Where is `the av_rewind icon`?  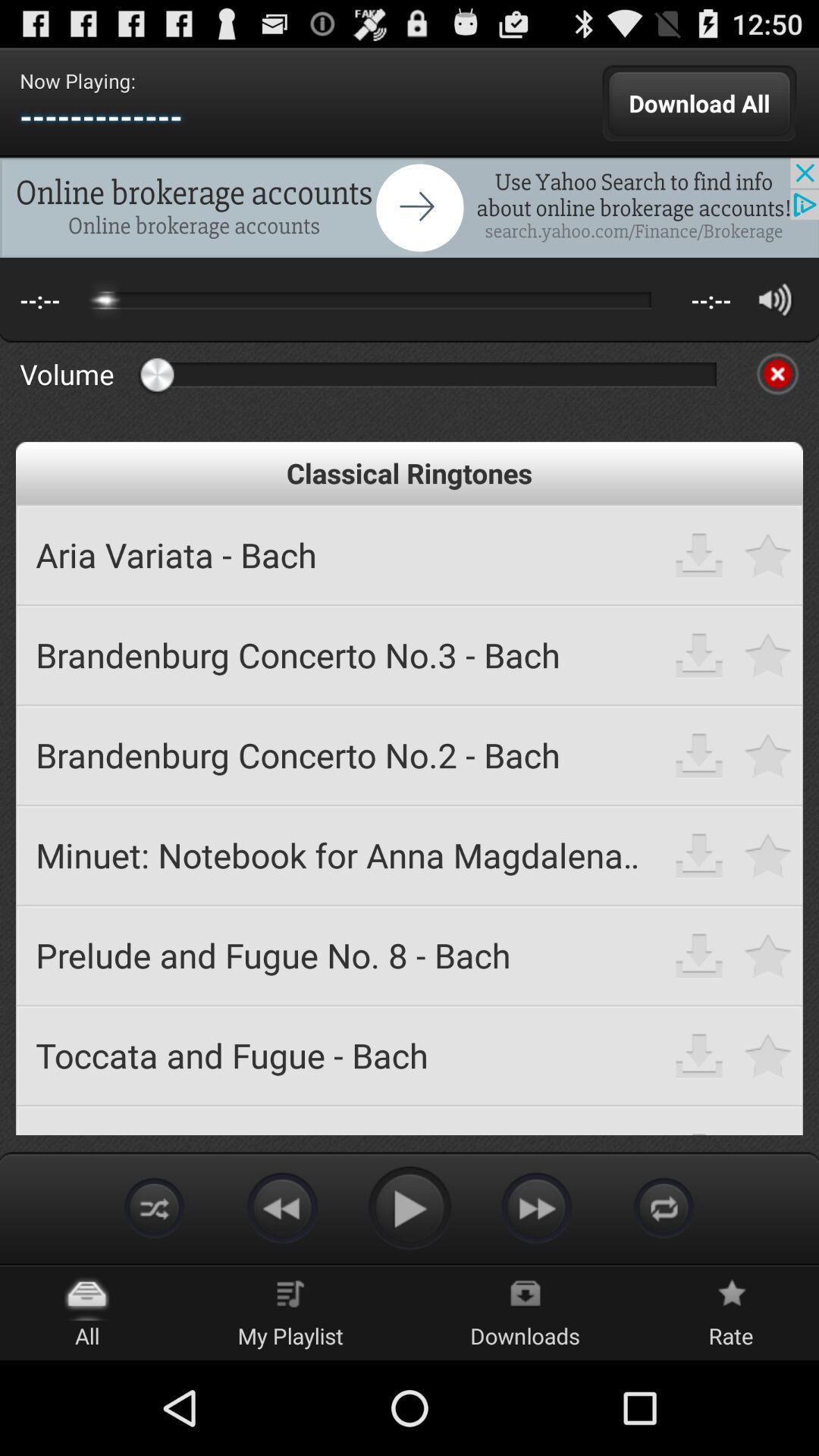
the av_rewind icon is located at coordinates (281, 1291).